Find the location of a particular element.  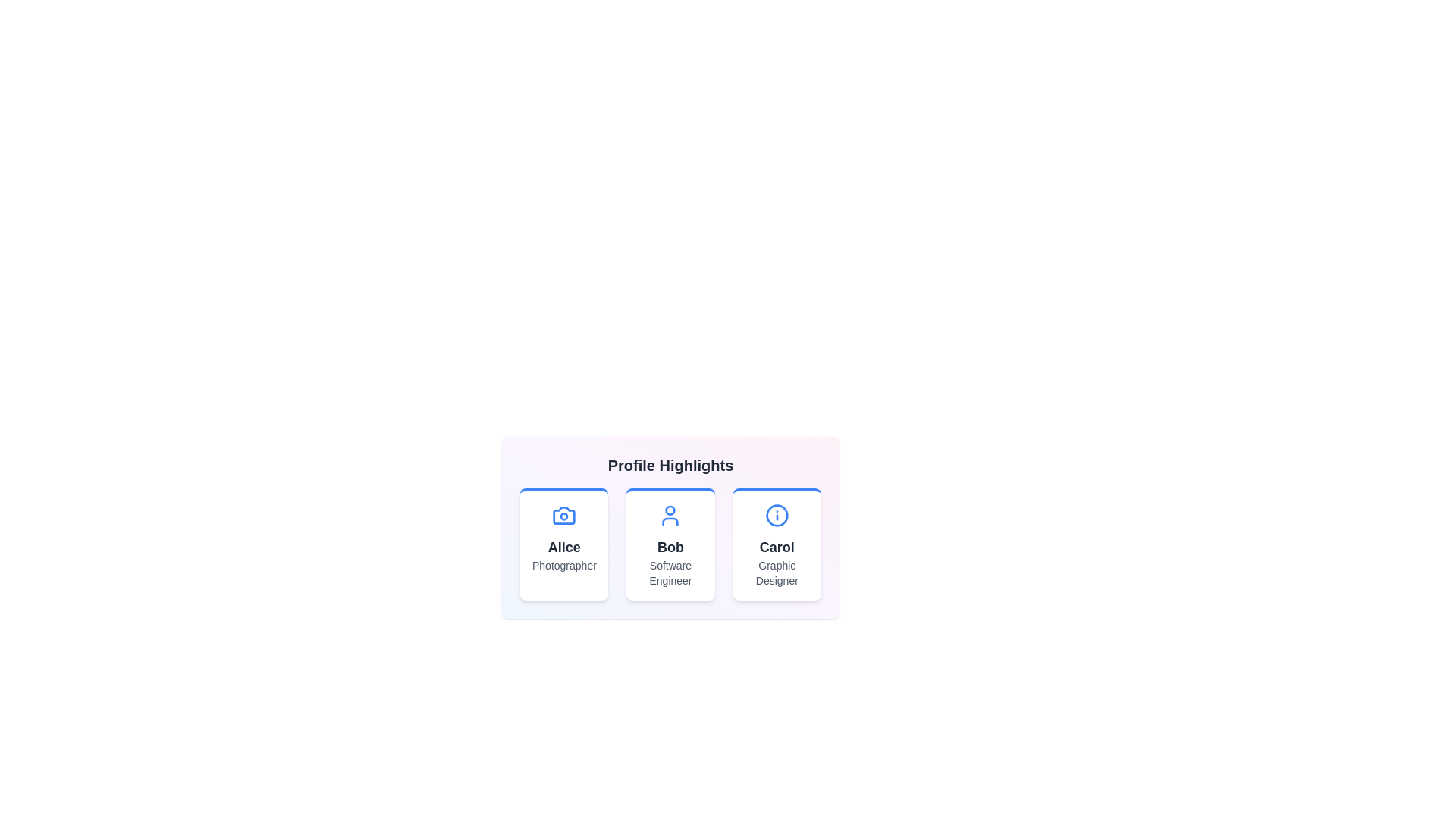

the profile card for Bob is located at coordinates (670, 543).